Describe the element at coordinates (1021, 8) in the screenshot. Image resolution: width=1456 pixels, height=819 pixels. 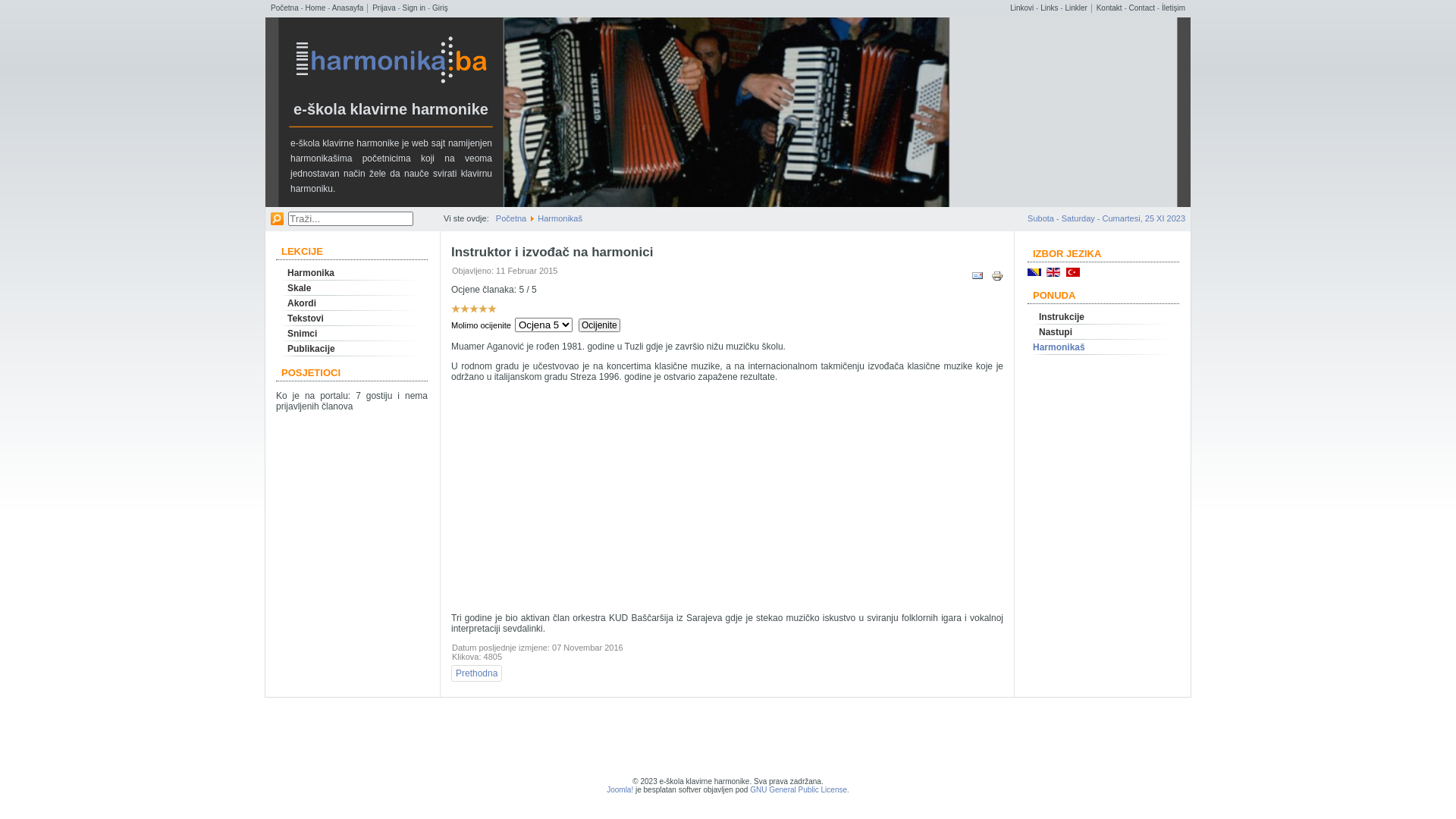
I see `'Linkovi'` at that location.